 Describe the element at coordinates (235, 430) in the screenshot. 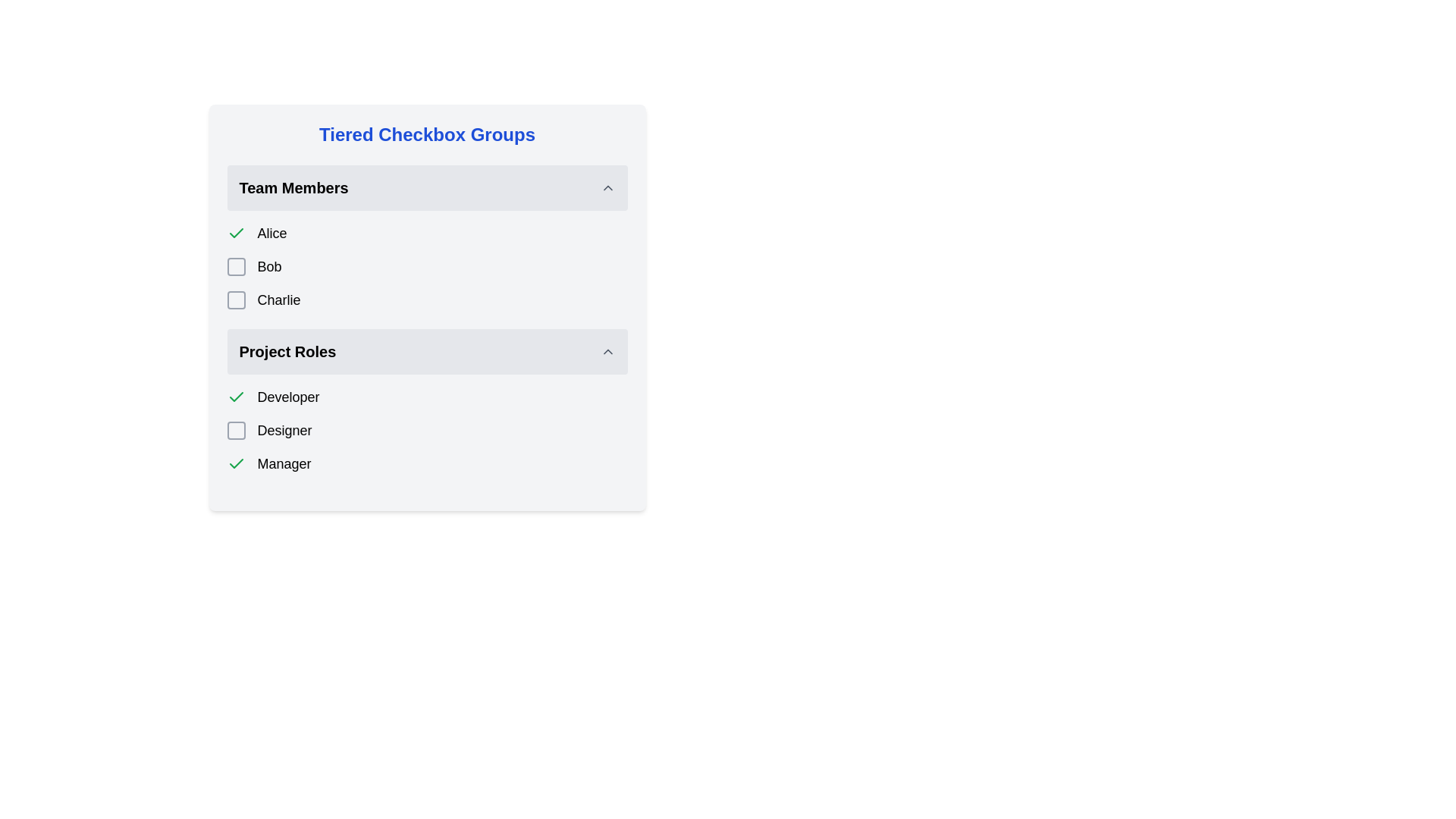

I see `the 'Designer' role checkbox` at that location.